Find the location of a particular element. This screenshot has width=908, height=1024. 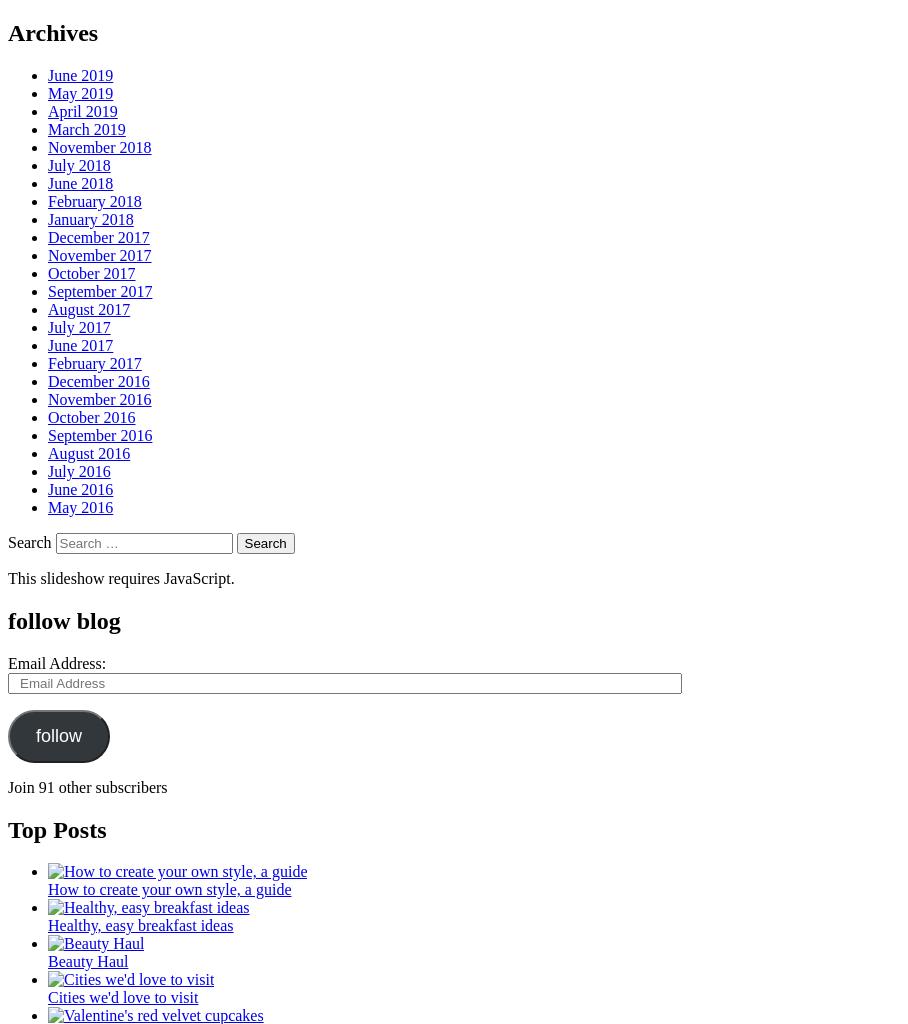

'February 2018' is located at coordinates (93, 200).